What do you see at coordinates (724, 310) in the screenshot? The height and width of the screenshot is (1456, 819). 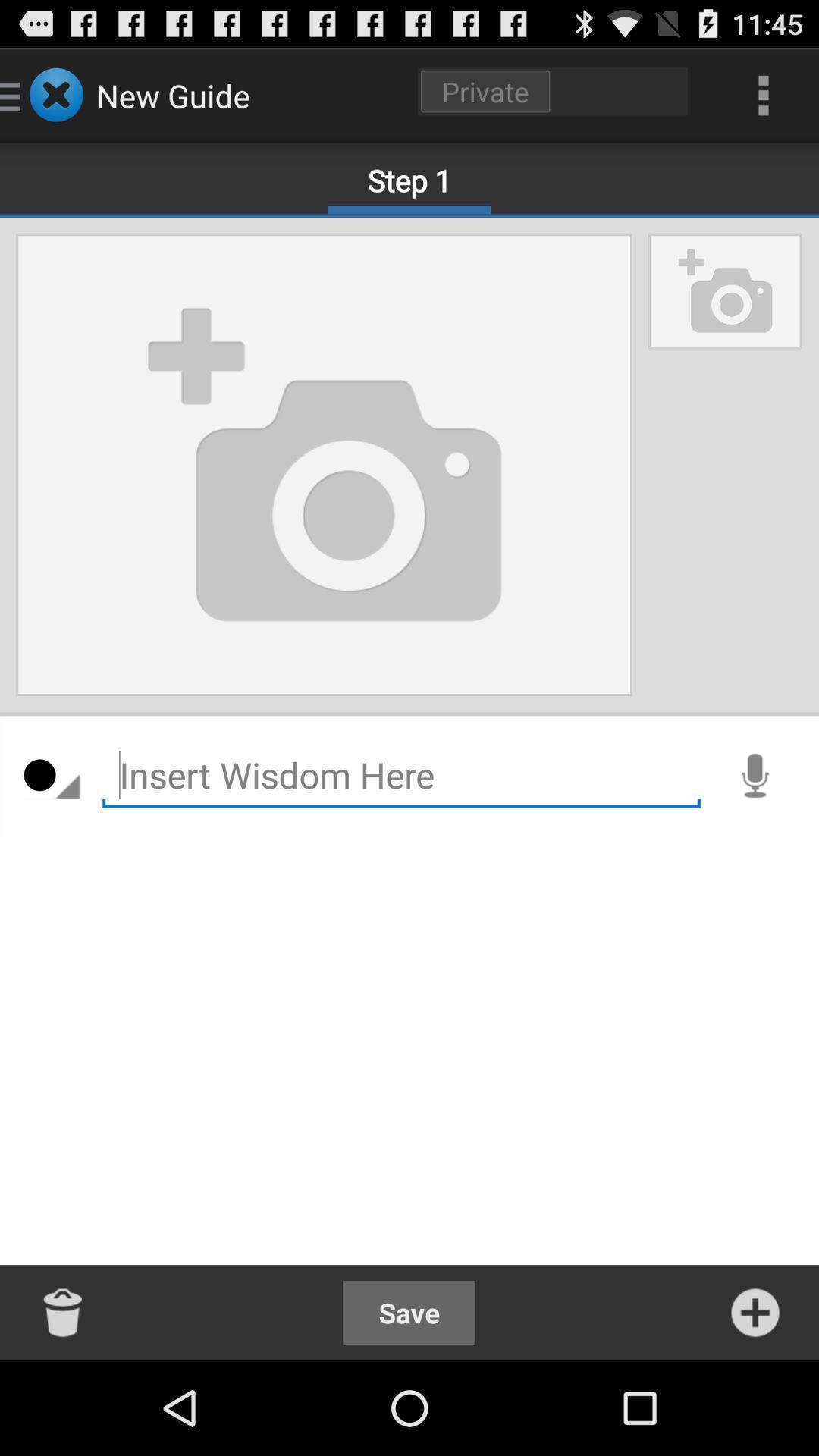 I see `the photo icon` at bounding box center [724, 310].